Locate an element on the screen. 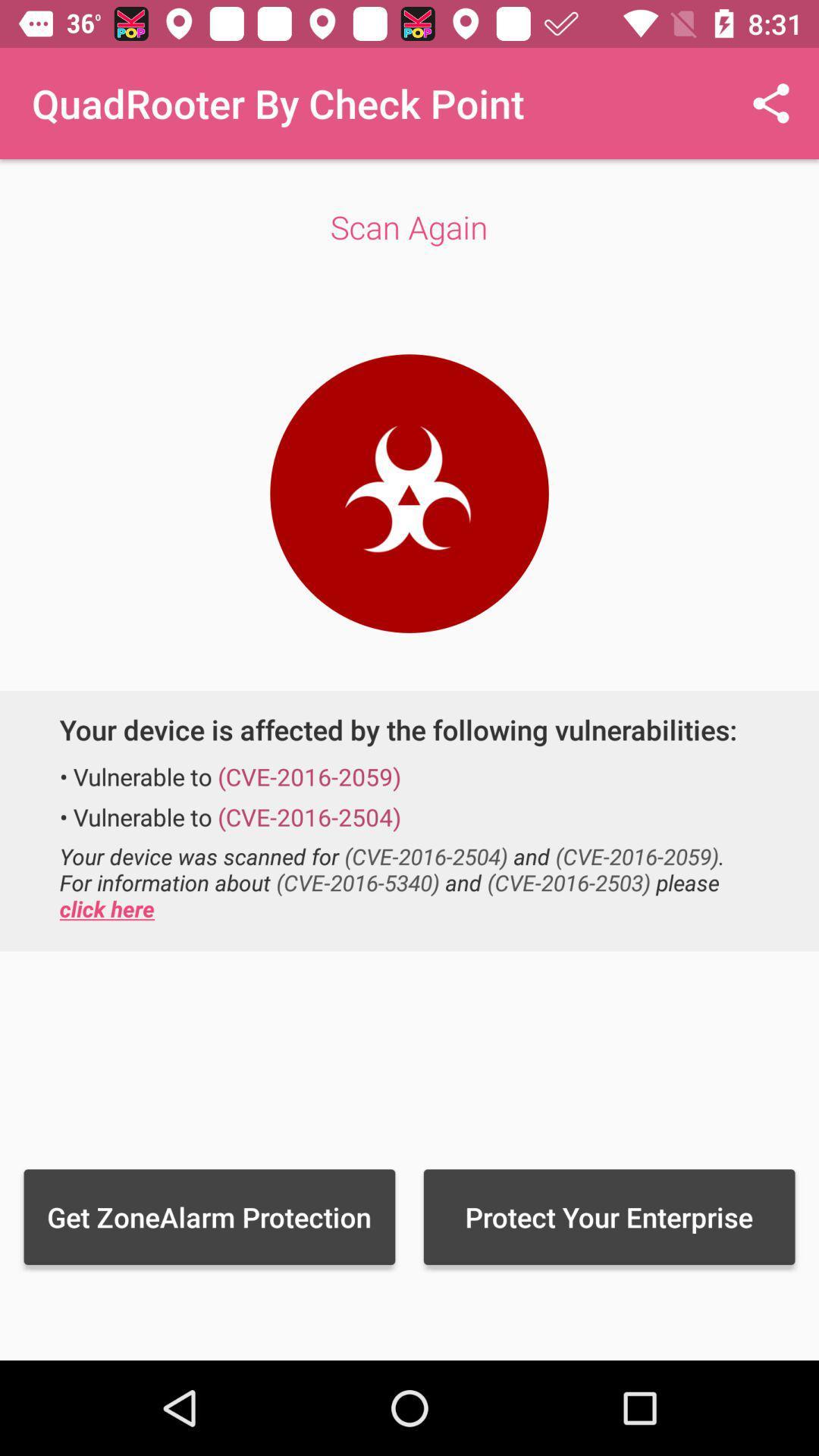  item at the bottom left corner is located at coordinates (209, 1216).